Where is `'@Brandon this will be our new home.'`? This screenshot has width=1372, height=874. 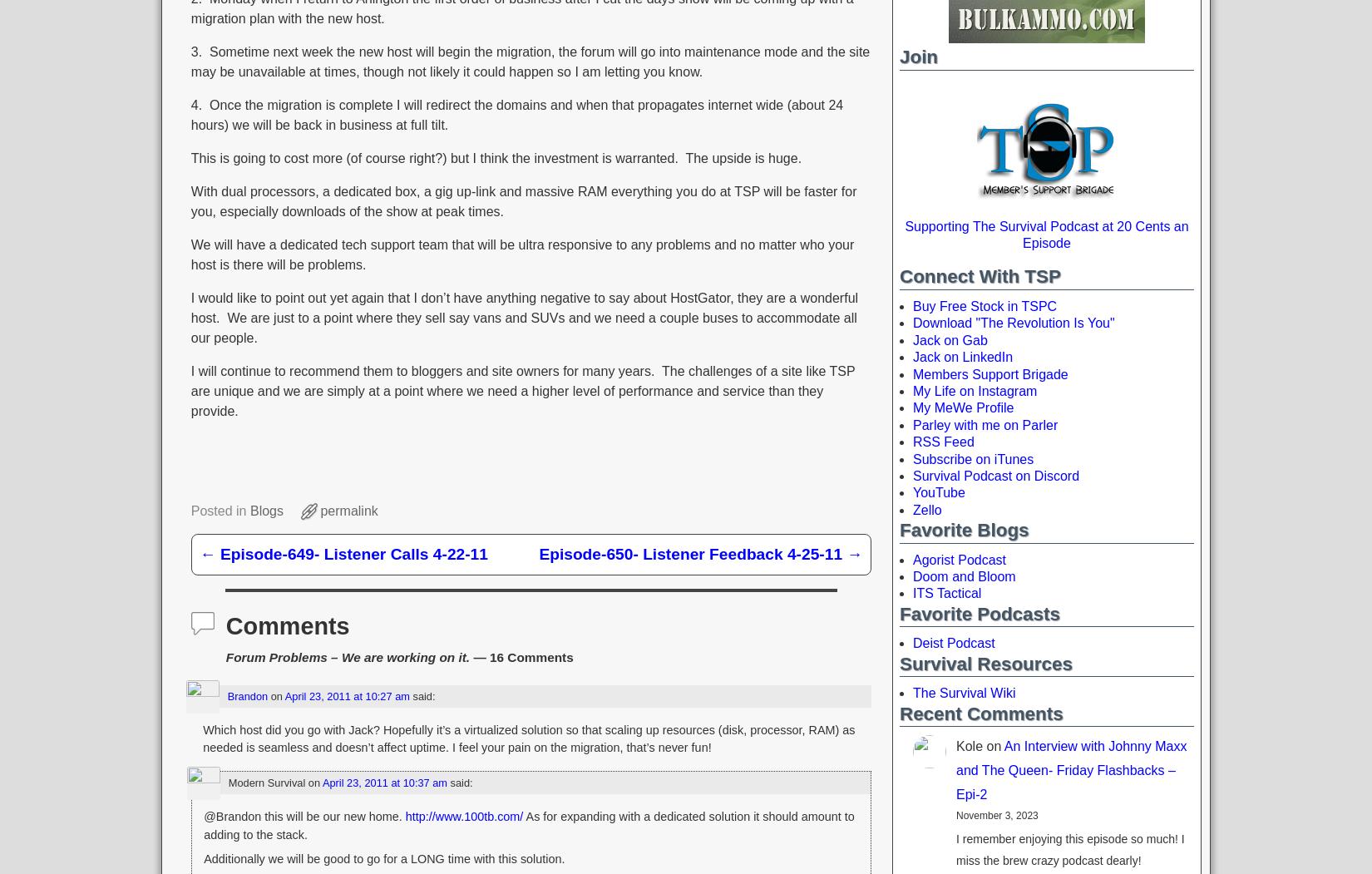
'@Brandon this will be our new home.' is located at coordinates (304, 816).